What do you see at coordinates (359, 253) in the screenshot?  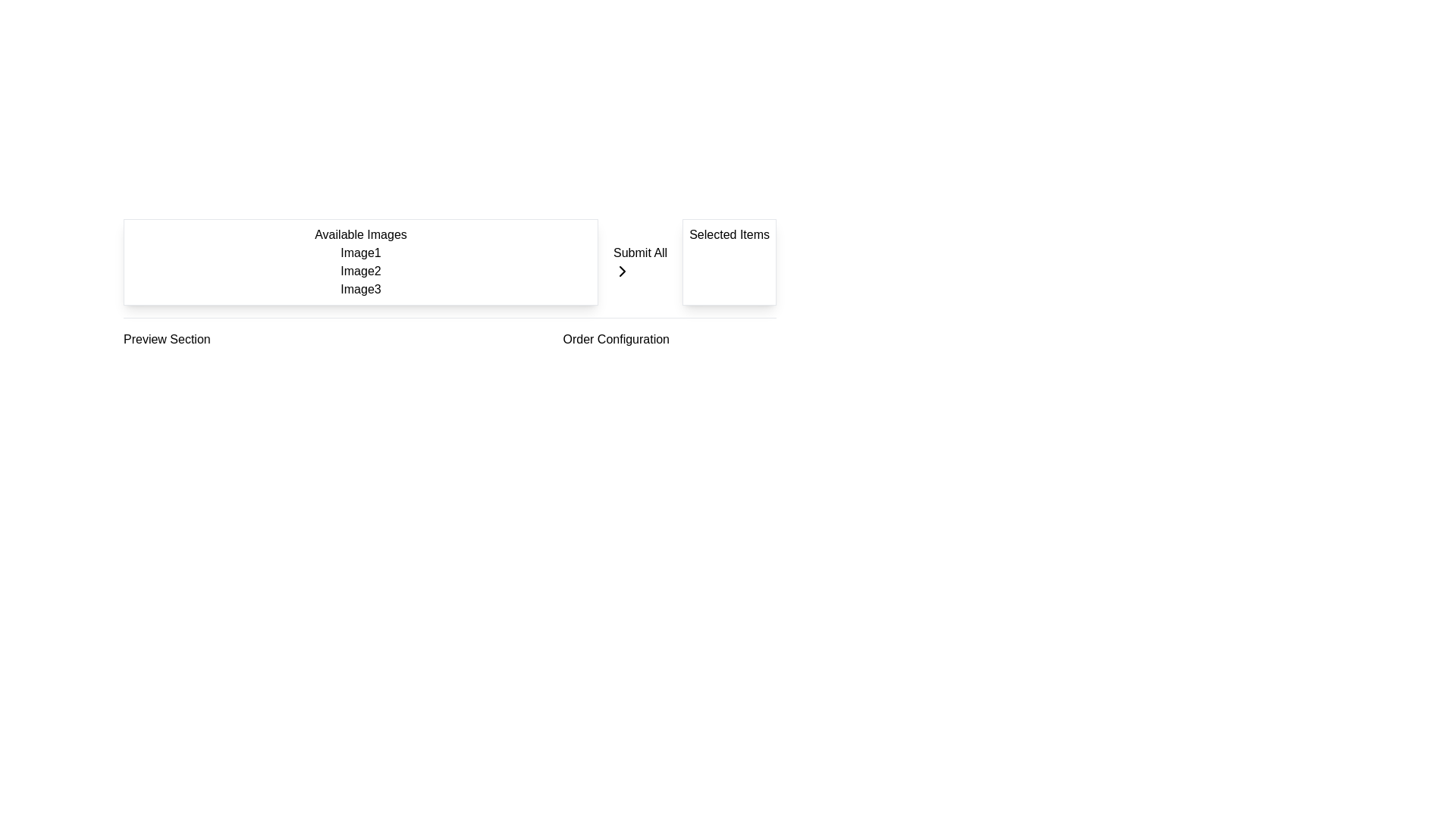 I see `the image Image1 in the 'Available Images' list` at bounding box center [359, 253].